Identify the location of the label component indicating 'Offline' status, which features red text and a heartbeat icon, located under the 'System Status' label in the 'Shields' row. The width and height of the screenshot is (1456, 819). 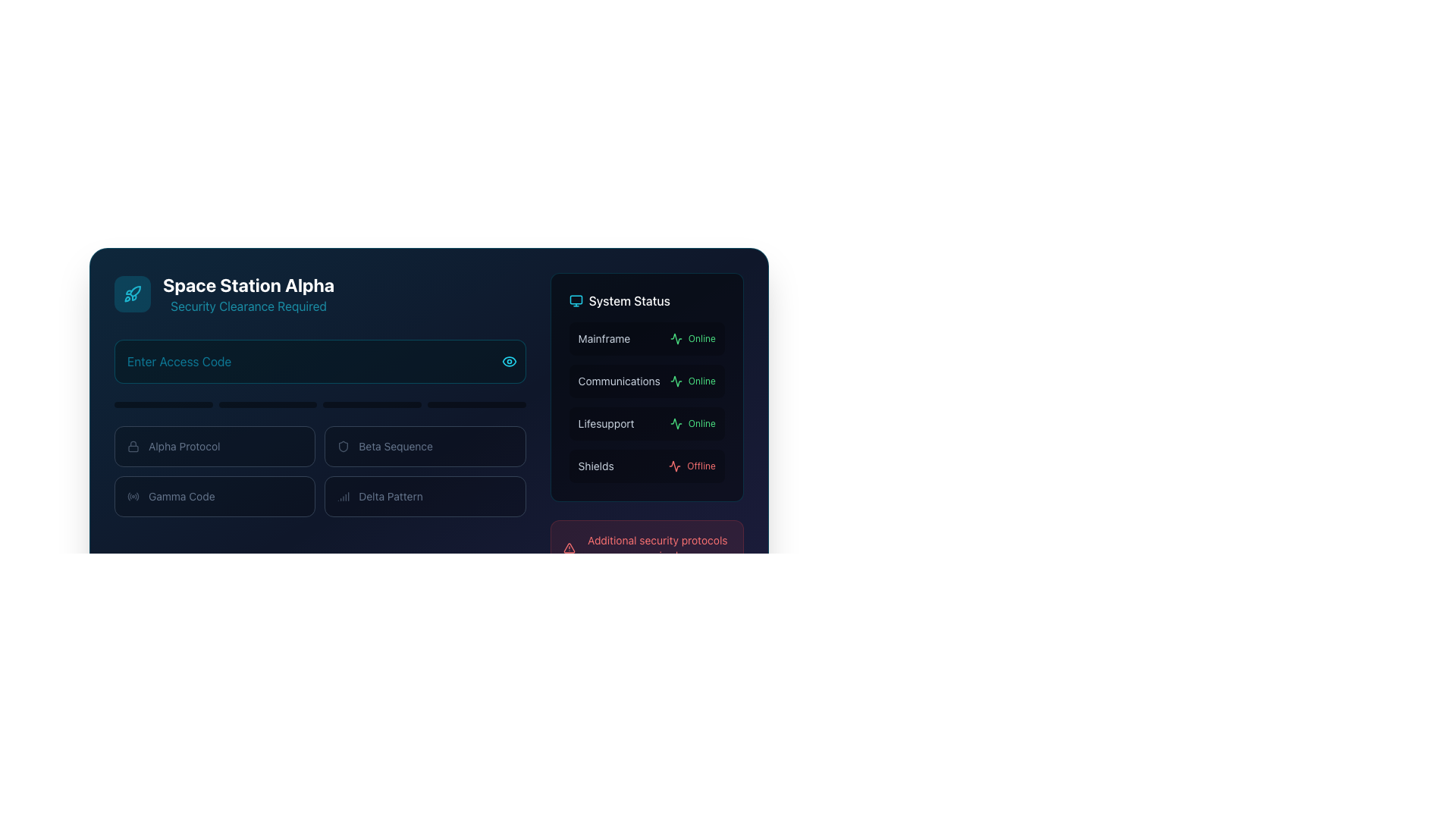
(692, 465).